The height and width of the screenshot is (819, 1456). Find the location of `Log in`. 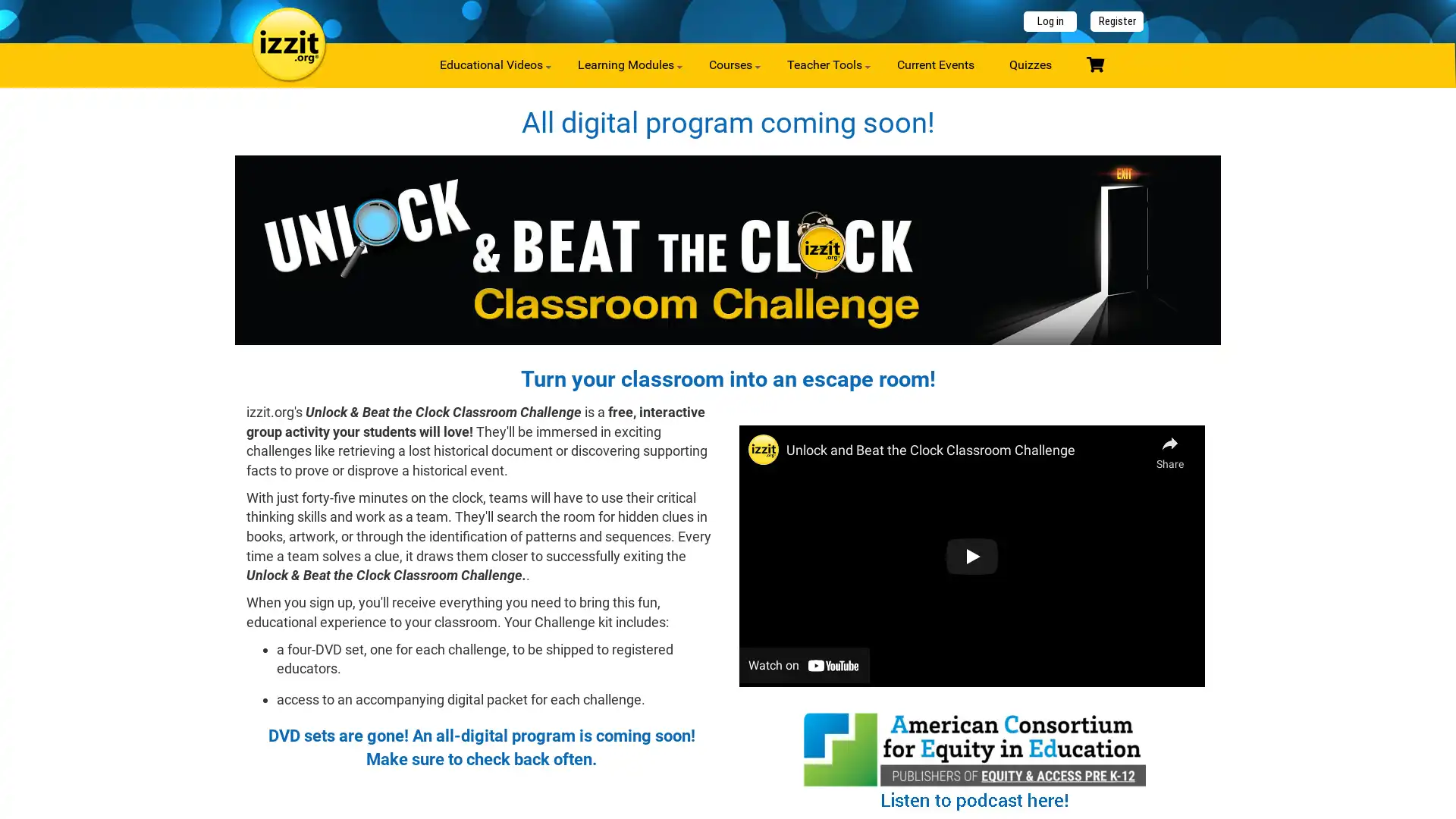

Log in is located at coordinates (1050, 21).